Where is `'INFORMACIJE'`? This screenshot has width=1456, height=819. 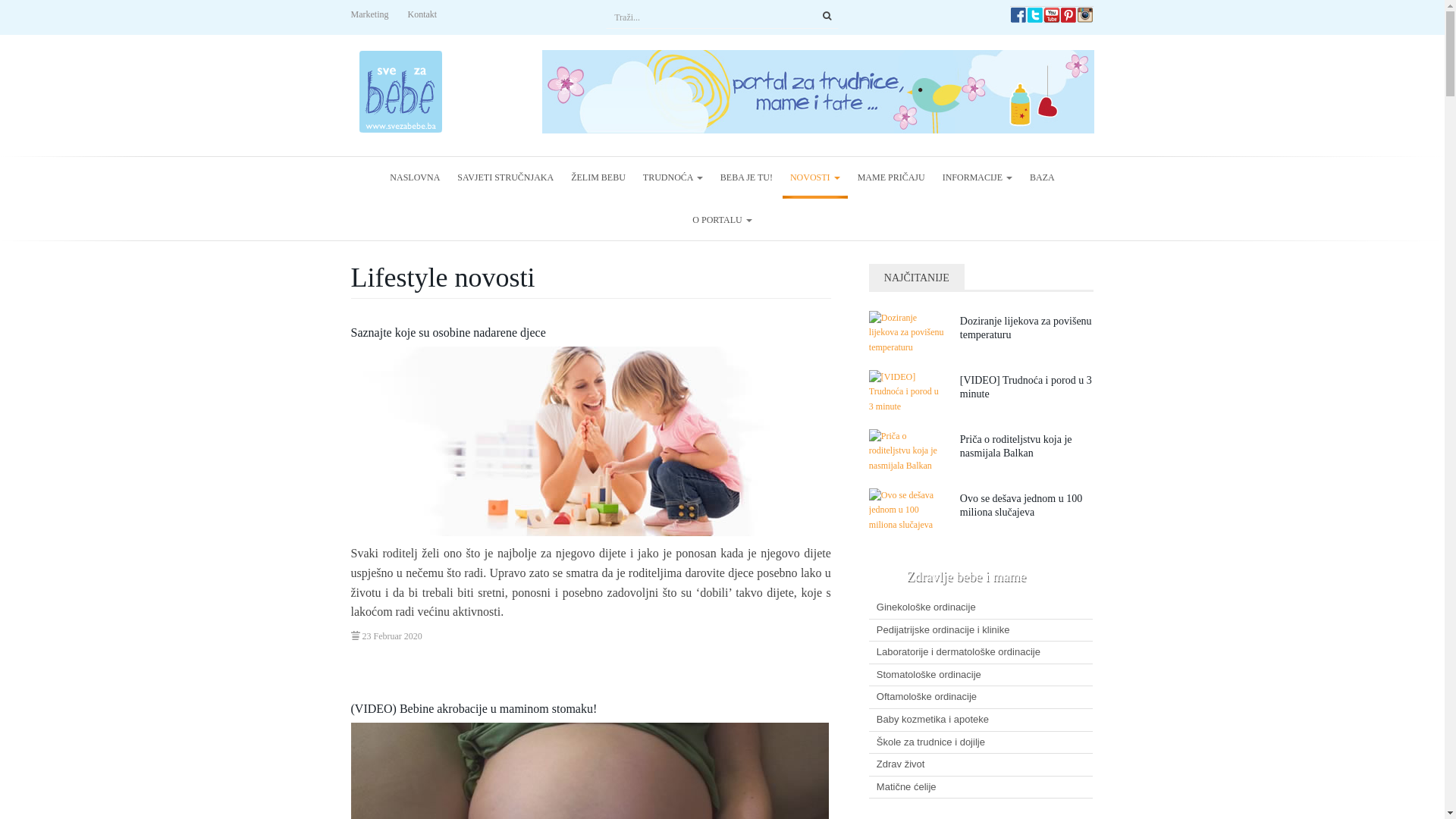 'INFORMACIJE' is located at coordinates (977, 177).